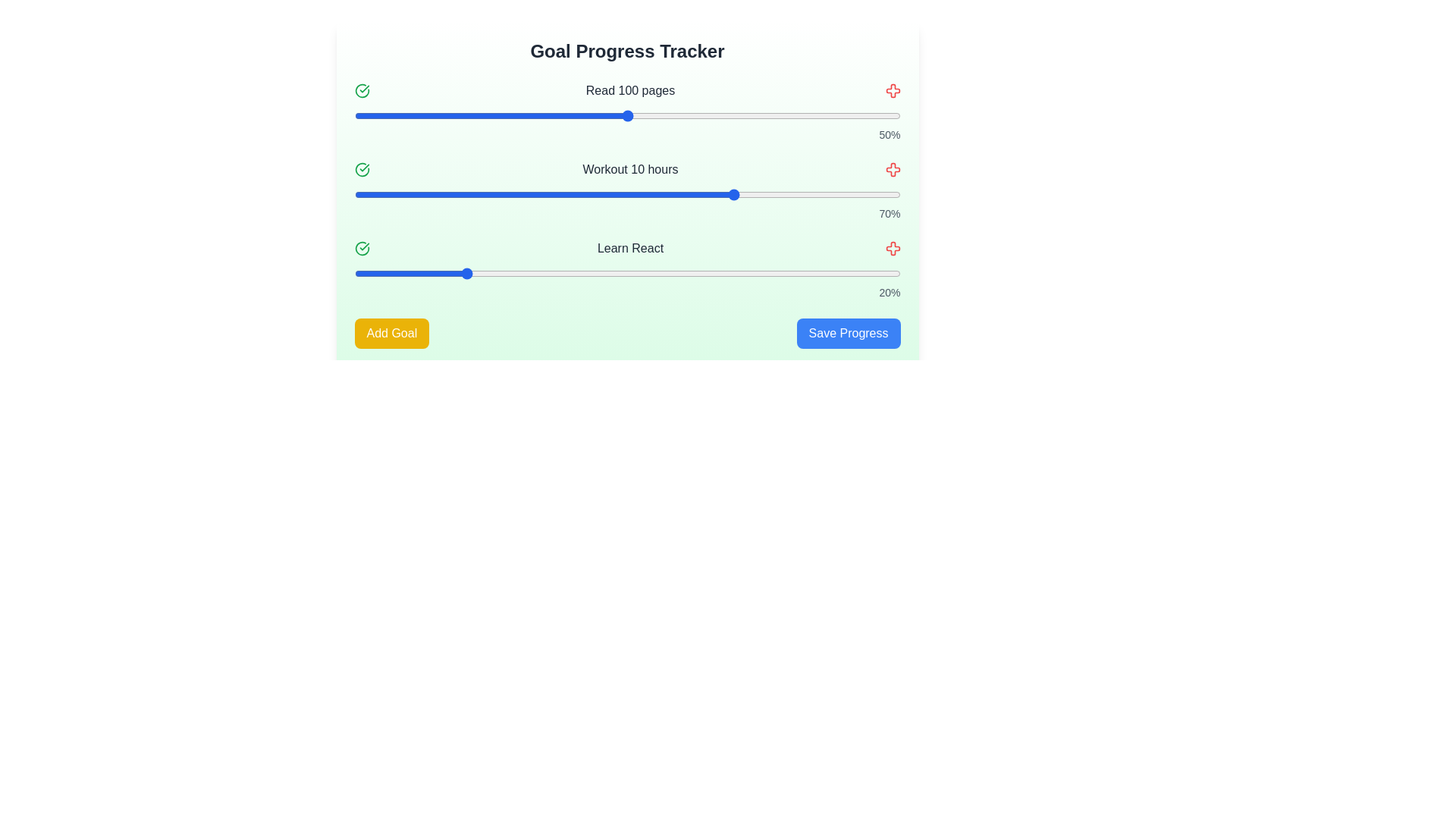 Image resolution: width=1456 pixels, height=819 pixels. I want to click on the red cross icon next to the goal titled 'Read 100 pages' to remove it, so click(893, 90).